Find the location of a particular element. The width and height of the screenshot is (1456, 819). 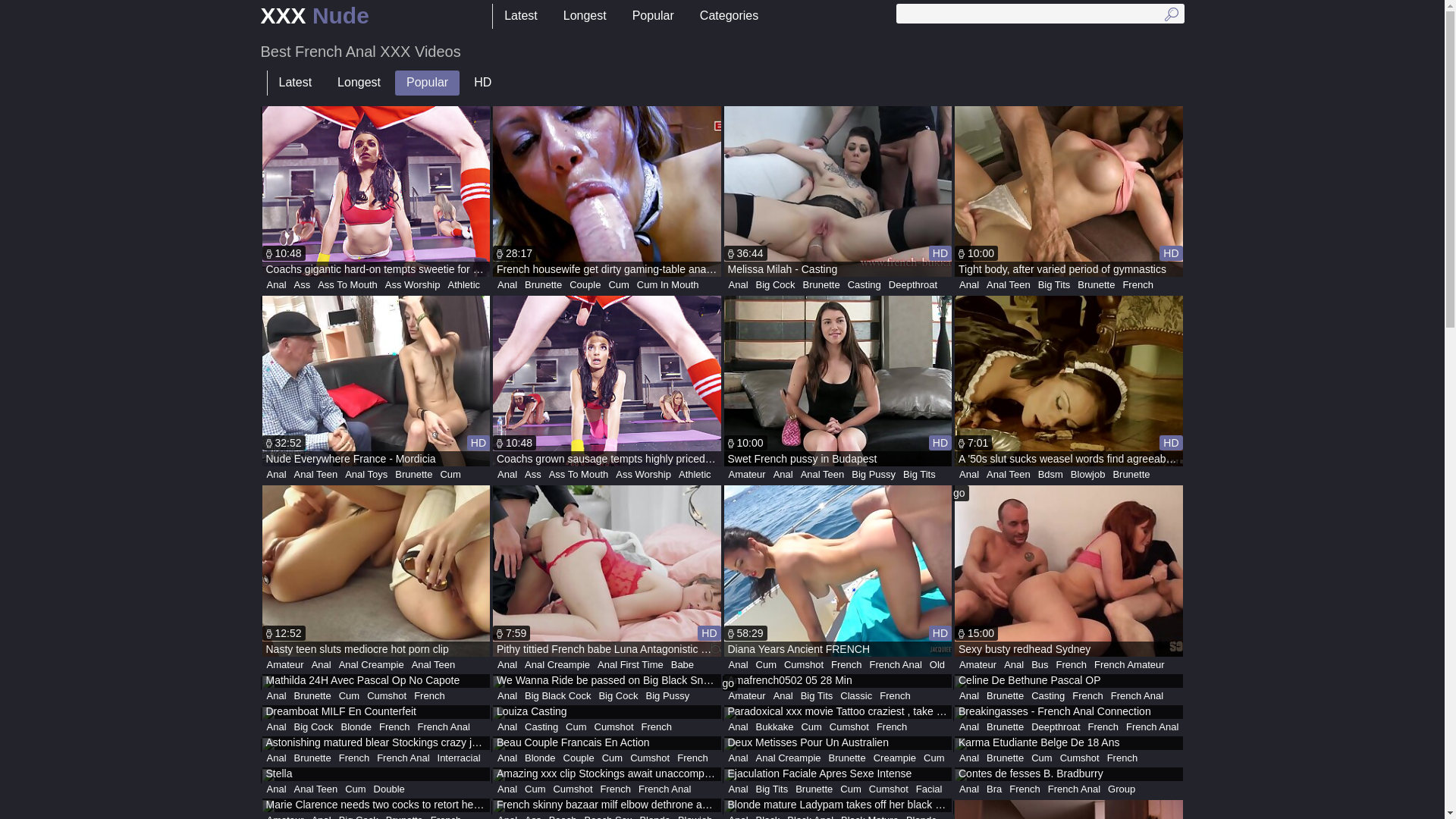

'French' is located at coordinates (353, 758).